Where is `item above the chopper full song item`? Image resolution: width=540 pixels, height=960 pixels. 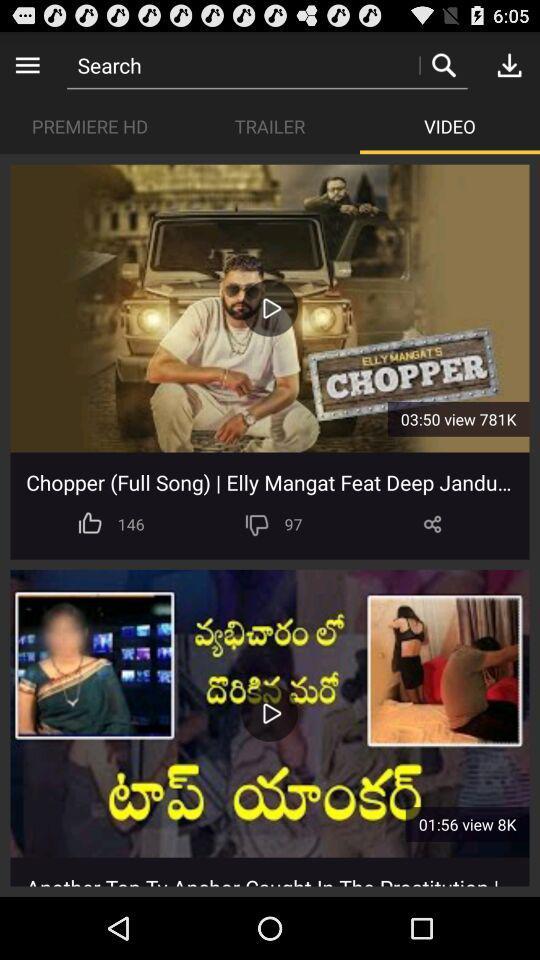 item above the chopper full song item is located at coordinates (458, 418).